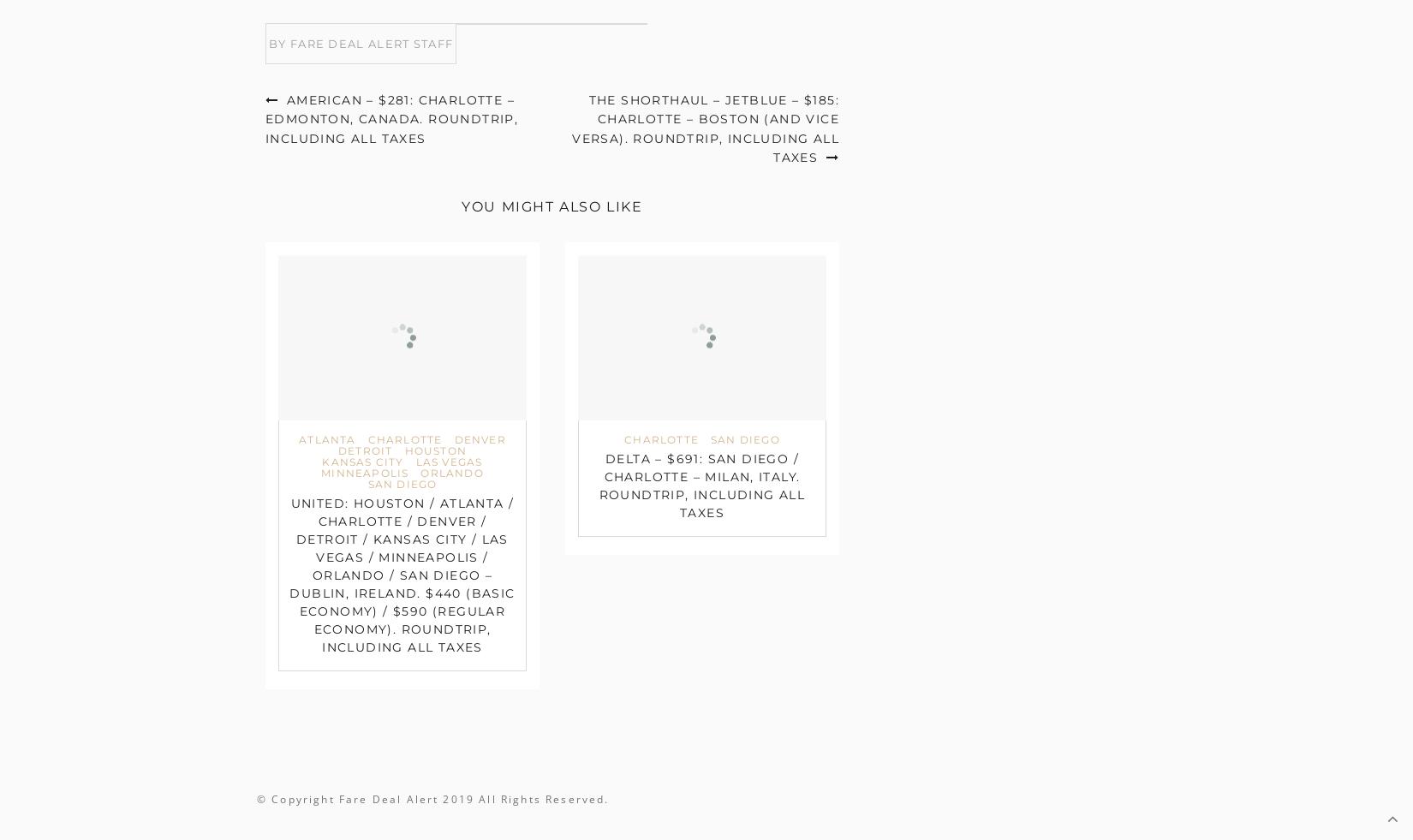 The width and height of the screenshot is (1413, 840). Describe the element at coordinates (597, 486) in the screenshot. I see `'Delta – $691: San Diego / Charlotte – Milan, Italy. Roundtrip, including all Taxes'` at that location.